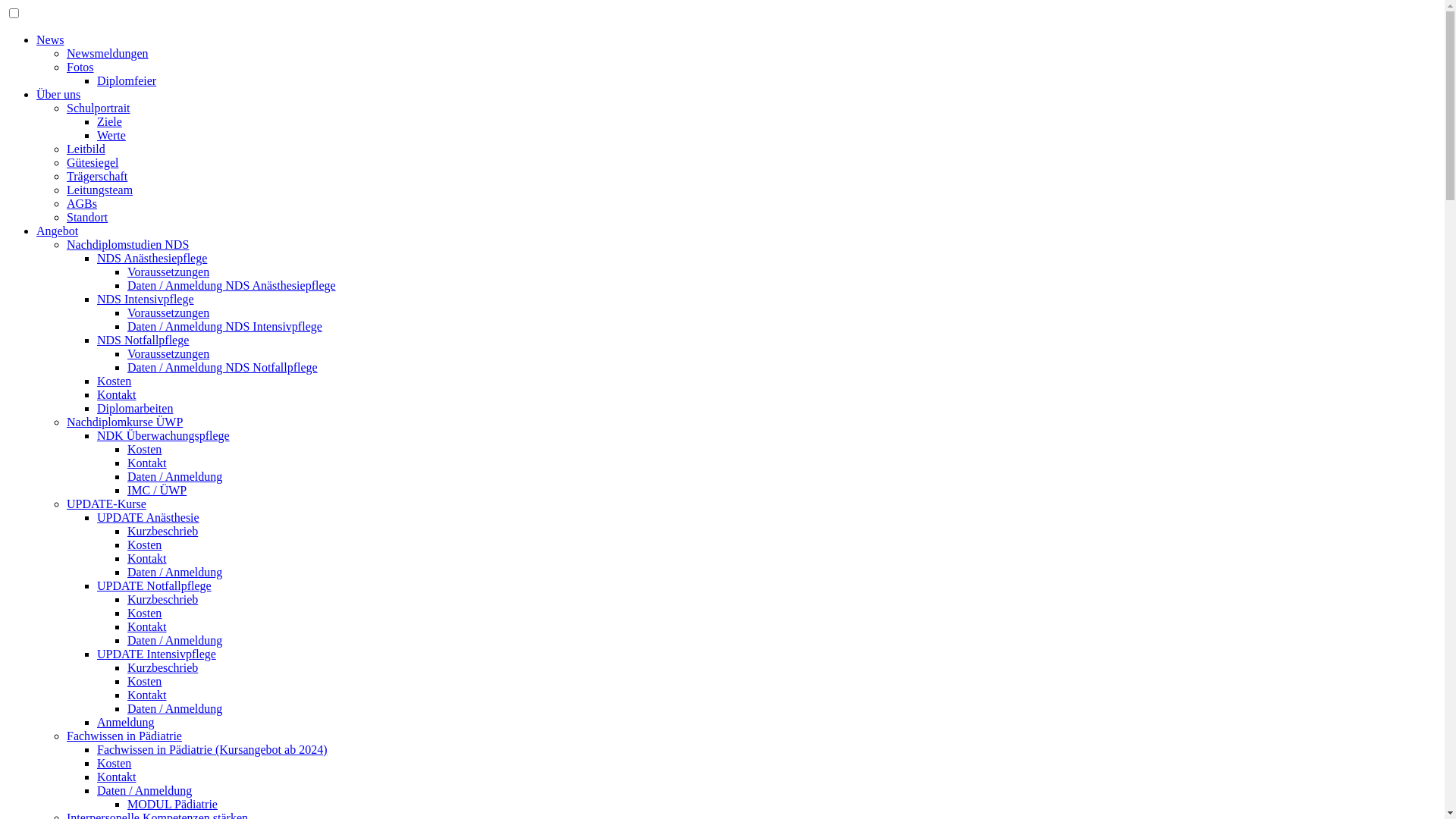  Describe the element at coordinates (50, 39) in the screenshot. I see `'News'` at that location.